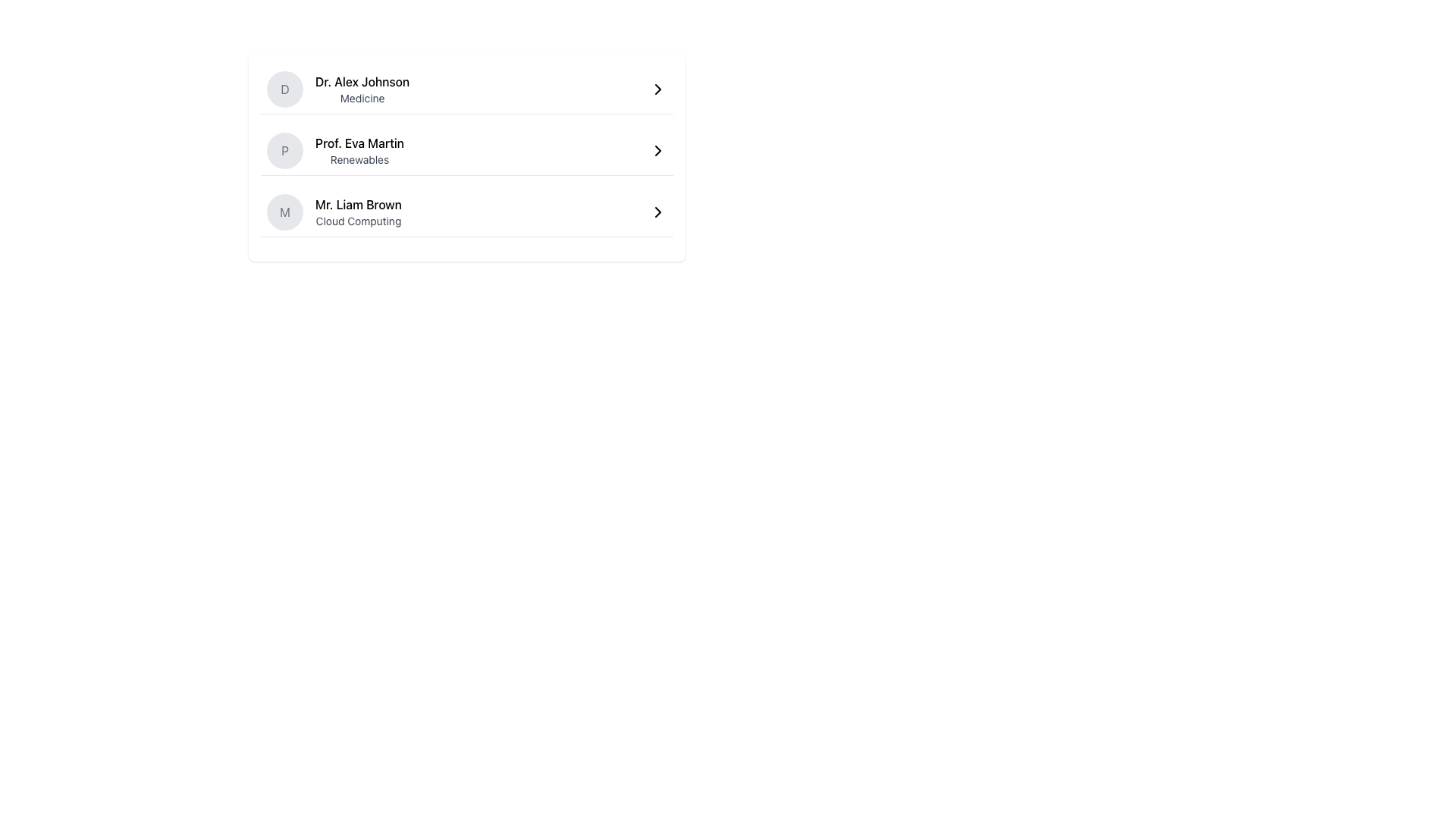  Describe the element at coordinates (357, 205) in the screenshot. I see `the text label reading 'Mr. Liam Brown' located in the third row of a vertical list, which is styled with medium font weight and is positioned above 'Cloud Computing'` at that location.